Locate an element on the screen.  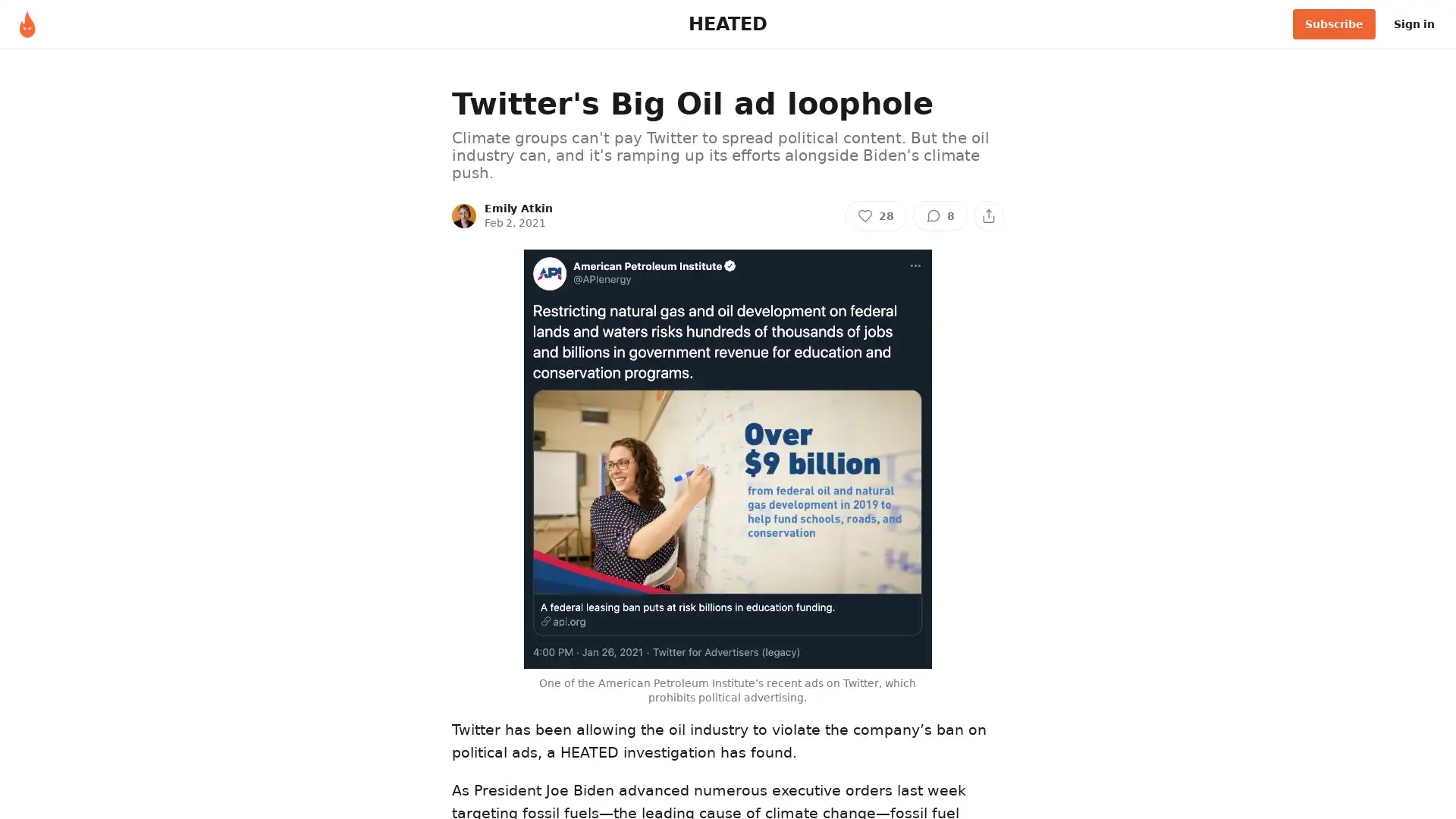
28 is located at coordinates (876, 215).